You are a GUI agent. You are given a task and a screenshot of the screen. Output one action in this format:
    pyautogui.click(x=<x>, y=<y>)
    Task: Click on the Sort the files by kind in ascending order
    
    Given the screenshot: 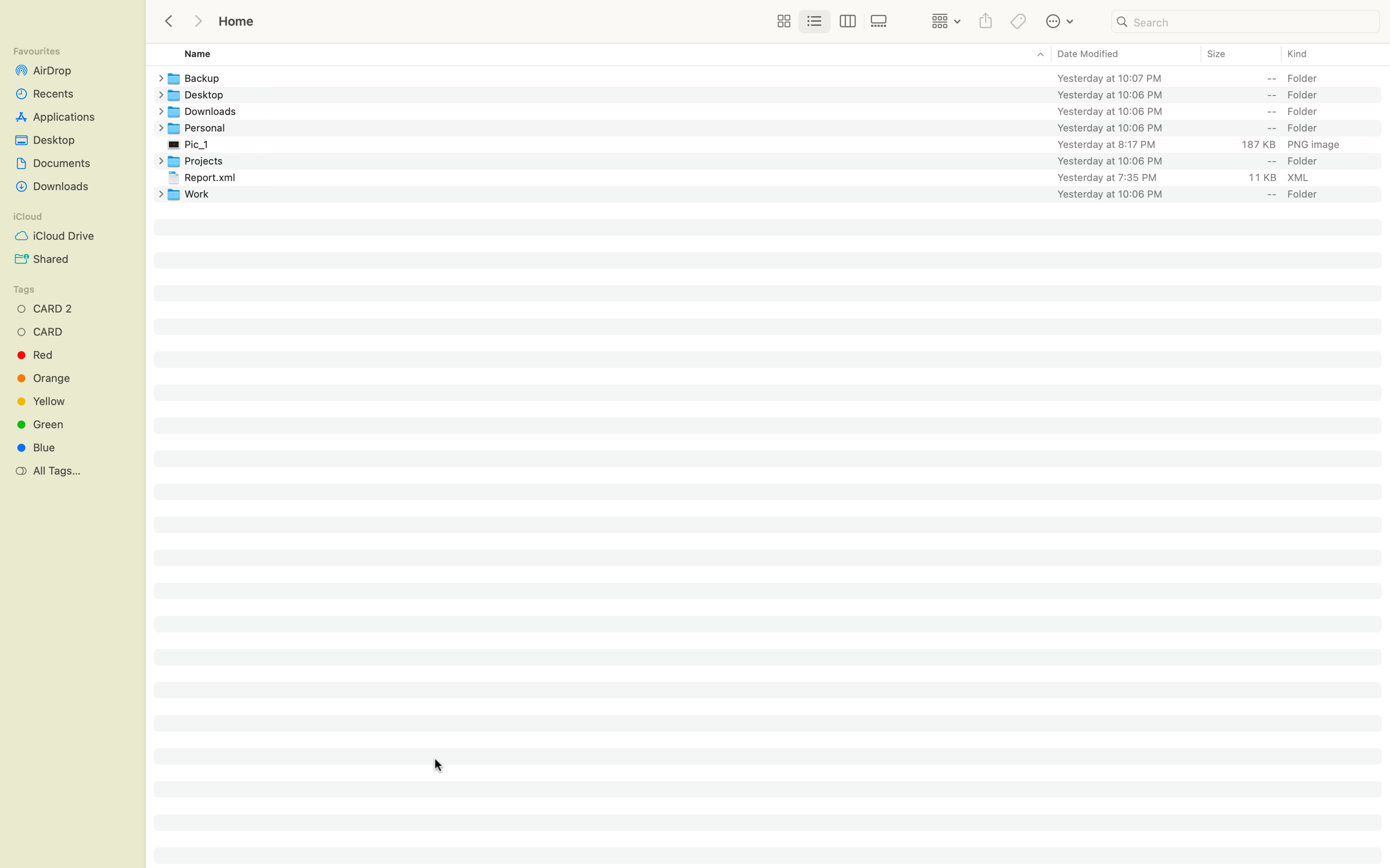 What is the action you would take?
    pyautogui.click(x=1329, y=54)
    